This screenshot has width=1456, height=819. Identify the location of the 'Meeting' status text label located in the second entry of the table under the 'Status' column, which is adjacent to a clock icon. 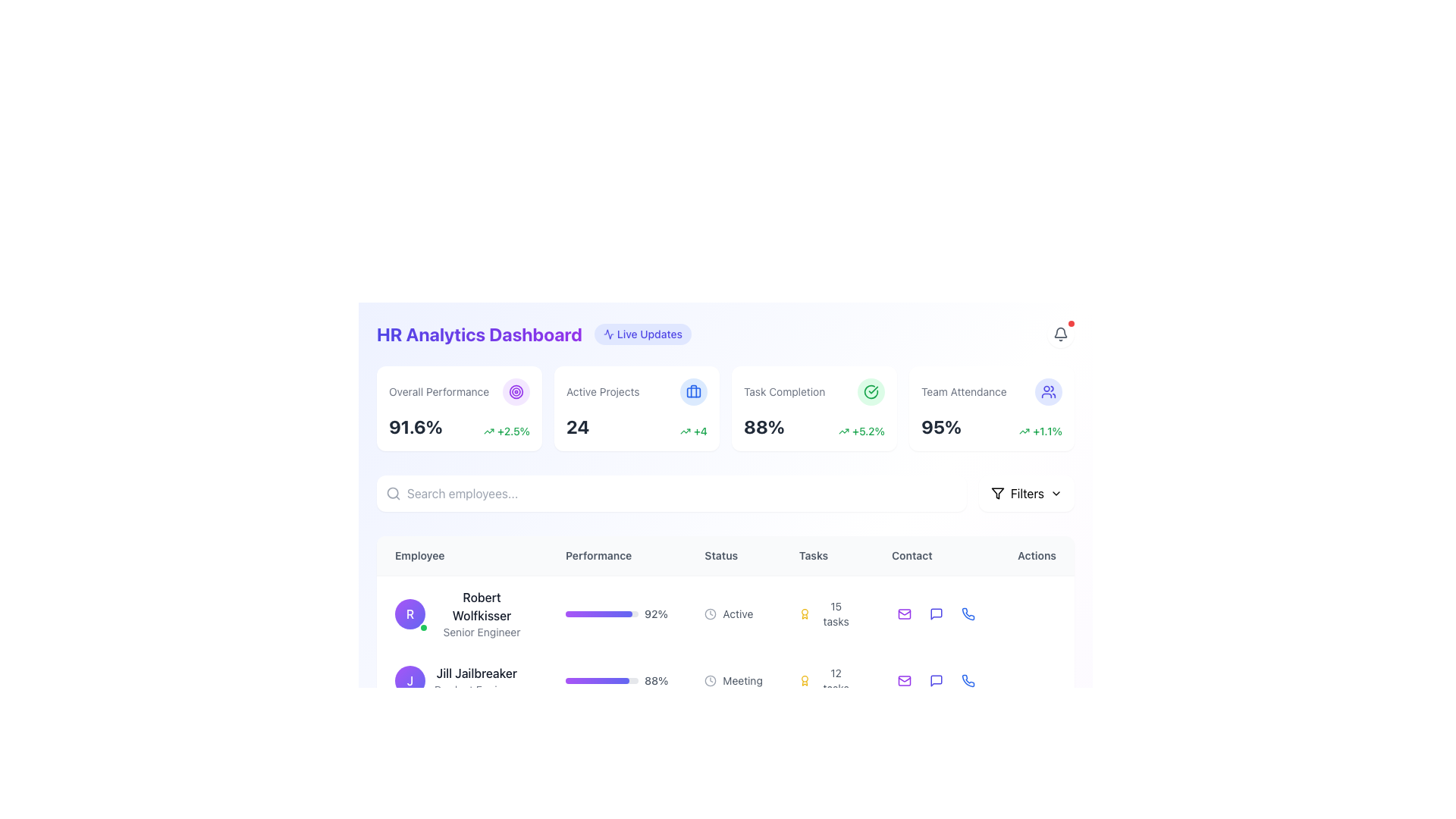
(742, 680).